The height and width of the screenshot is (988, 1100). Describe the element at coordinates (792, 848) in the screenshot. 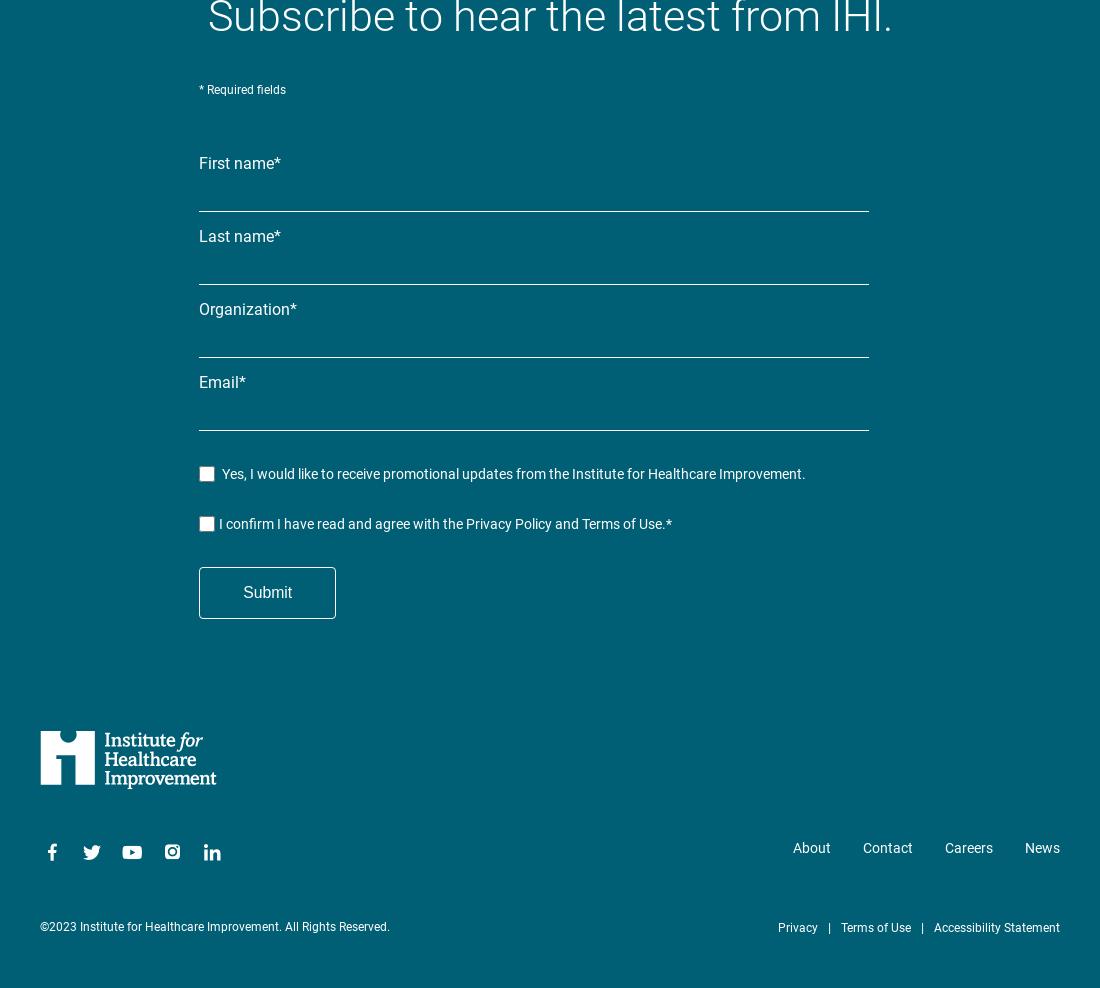

I see `'About'` at that location.